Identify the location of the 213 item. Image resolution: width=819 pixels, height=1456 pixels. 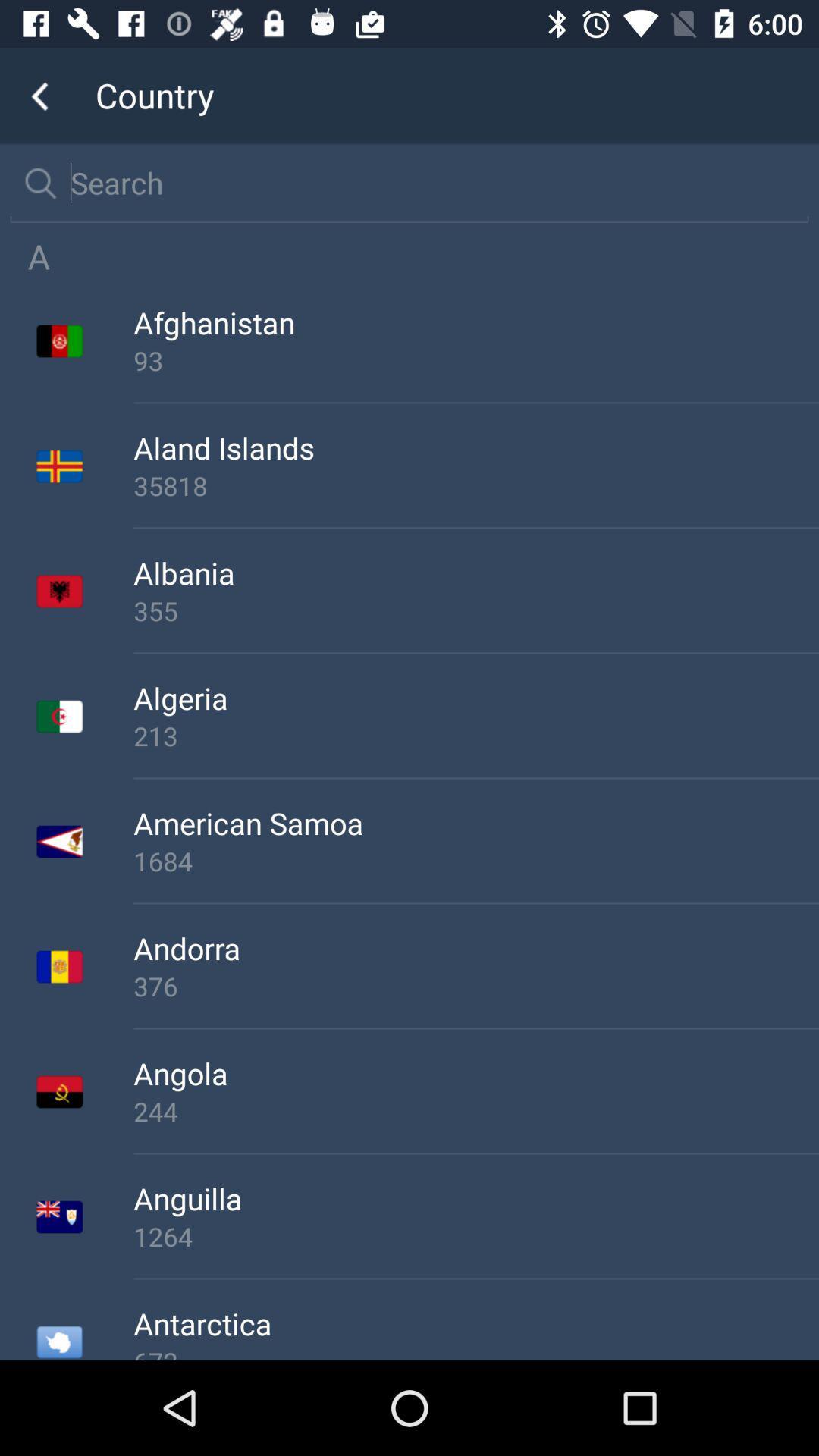
(475, 736).